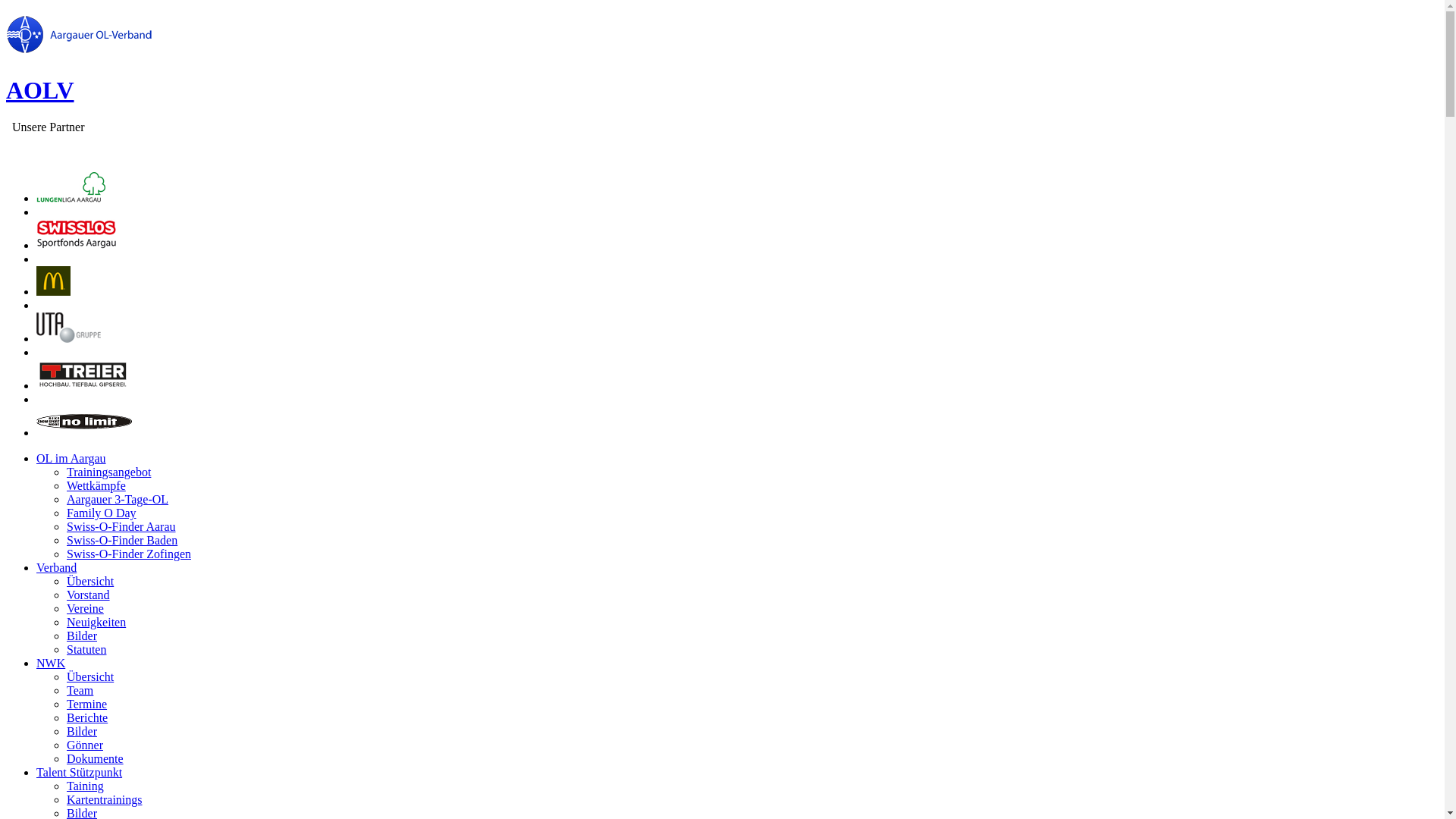  Describe the element at coordinates (84, 607) in the screenshot. I see `'Vereine'` at that location.